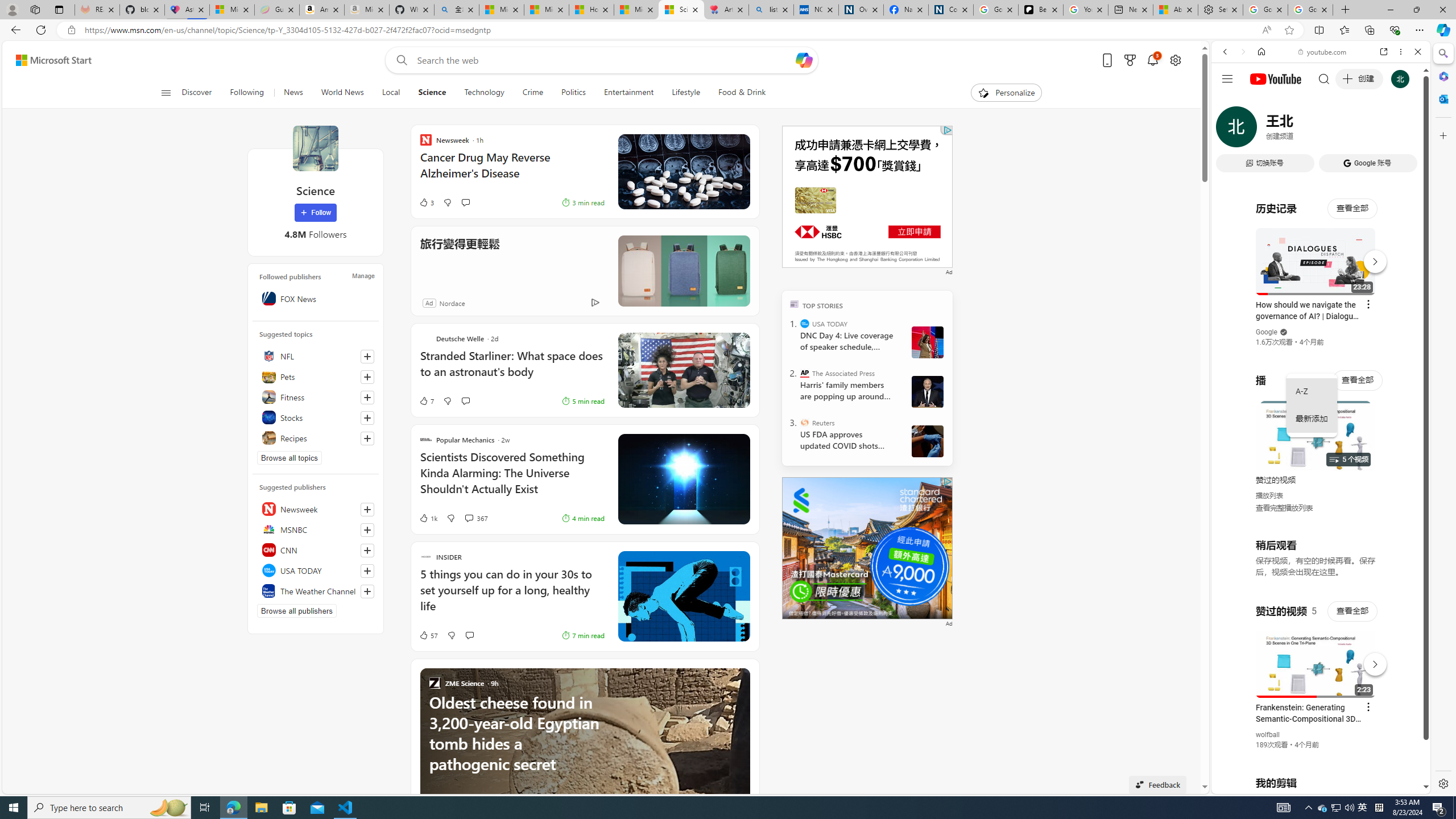  Describe the element at coordinates (1041, 9) in the screenshot. I see `'Be Smart | creating Science videos | Patreon'` at that location.